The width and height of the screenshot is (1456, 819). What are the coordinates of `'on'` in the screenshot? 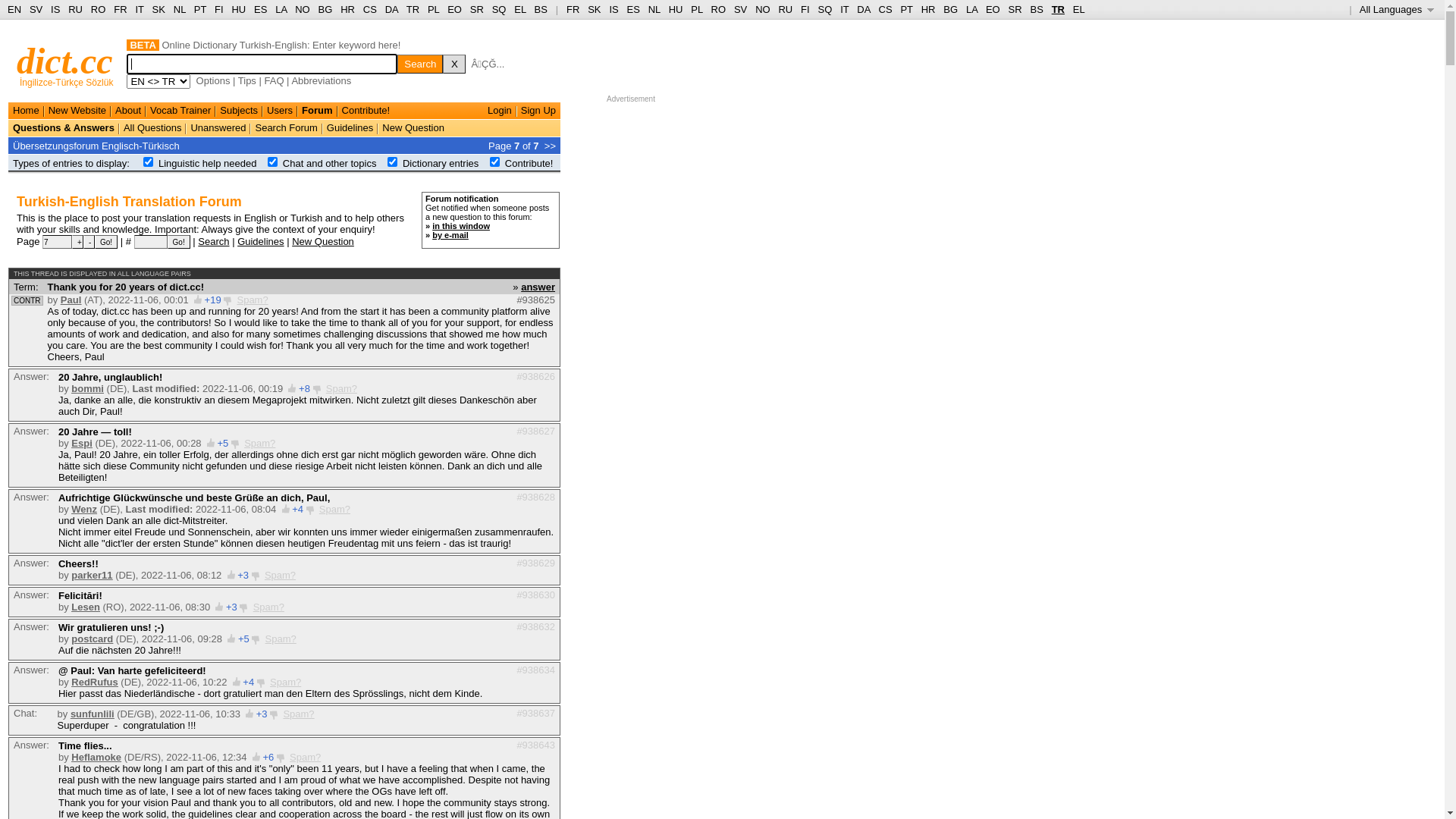 It's located at (148, 162).